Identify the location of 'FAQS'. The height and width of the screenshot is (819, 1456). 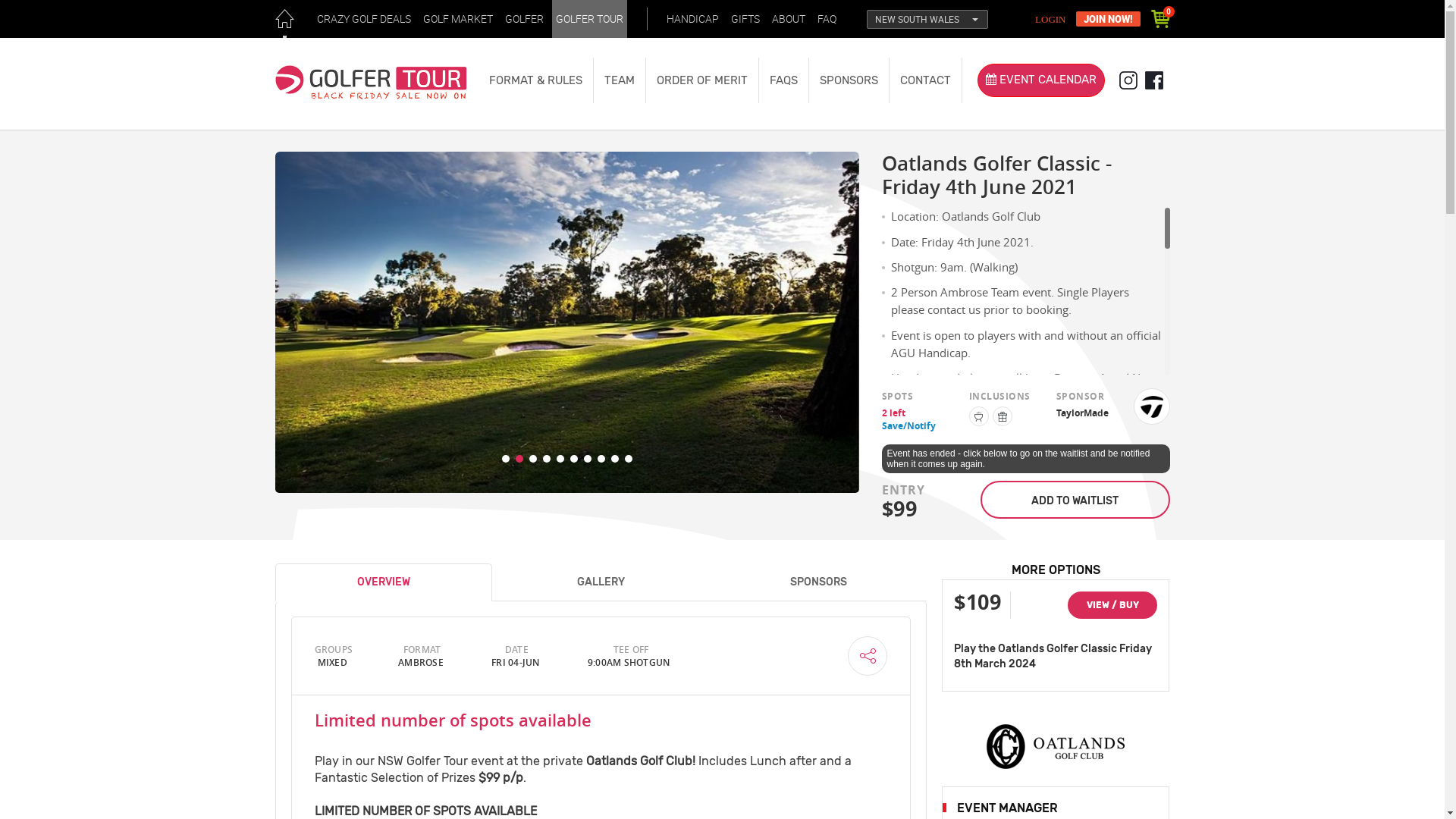
(765, 80).